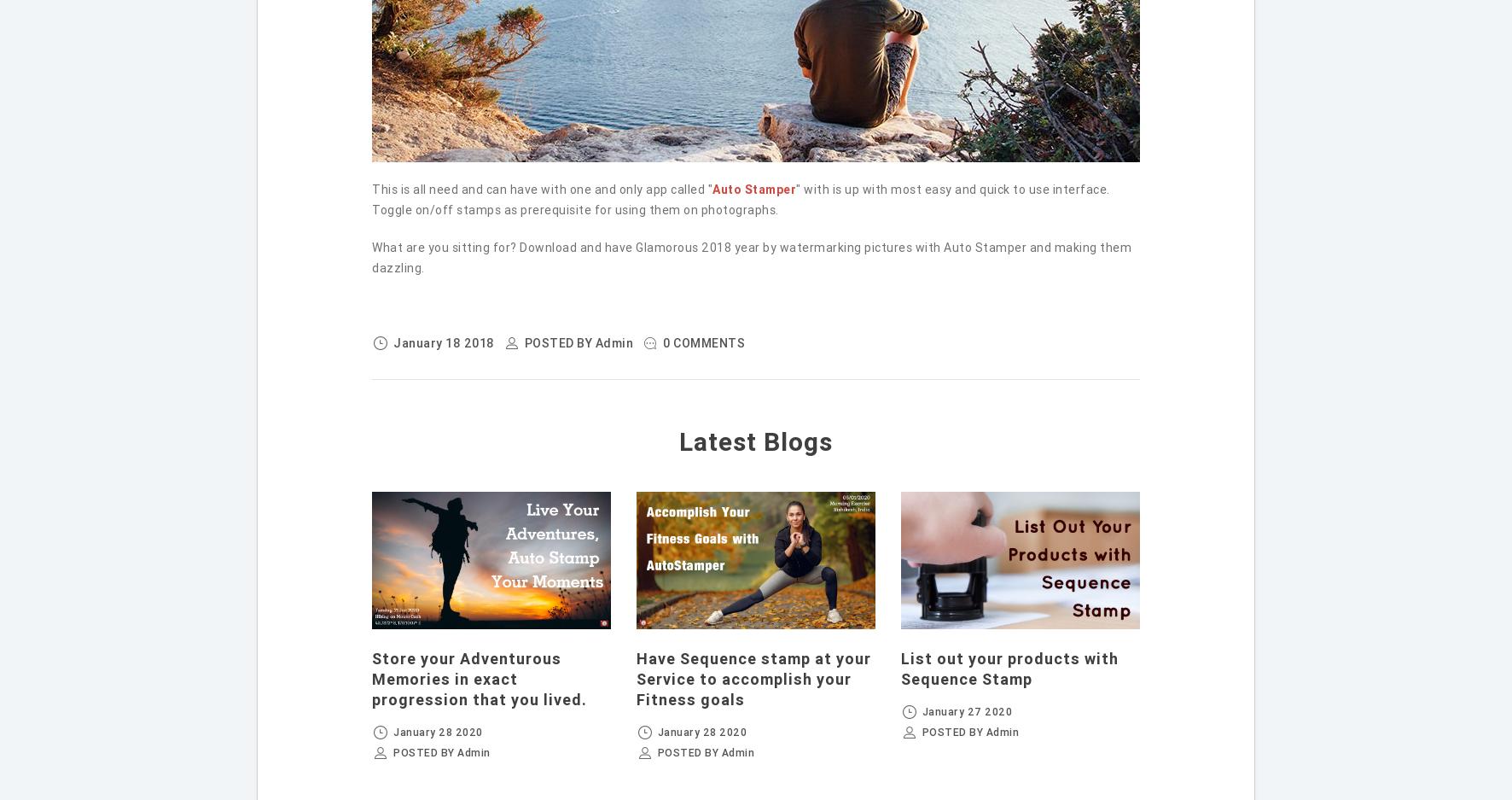  I want to click on 'Auto Stamper', so click(754, 188).